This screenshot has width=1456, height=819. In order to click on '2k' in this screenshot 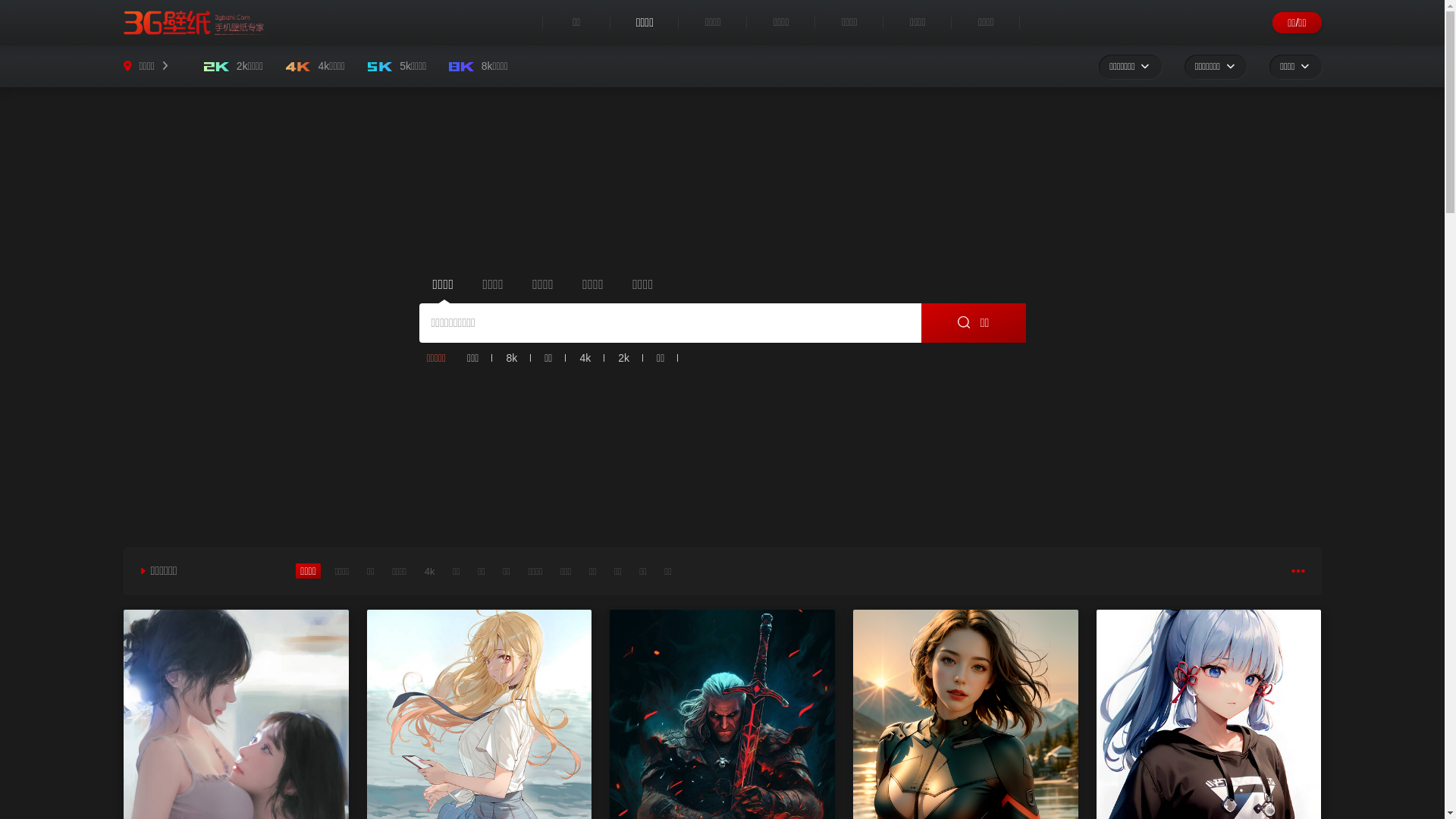, I will do `click(623, 357)`.